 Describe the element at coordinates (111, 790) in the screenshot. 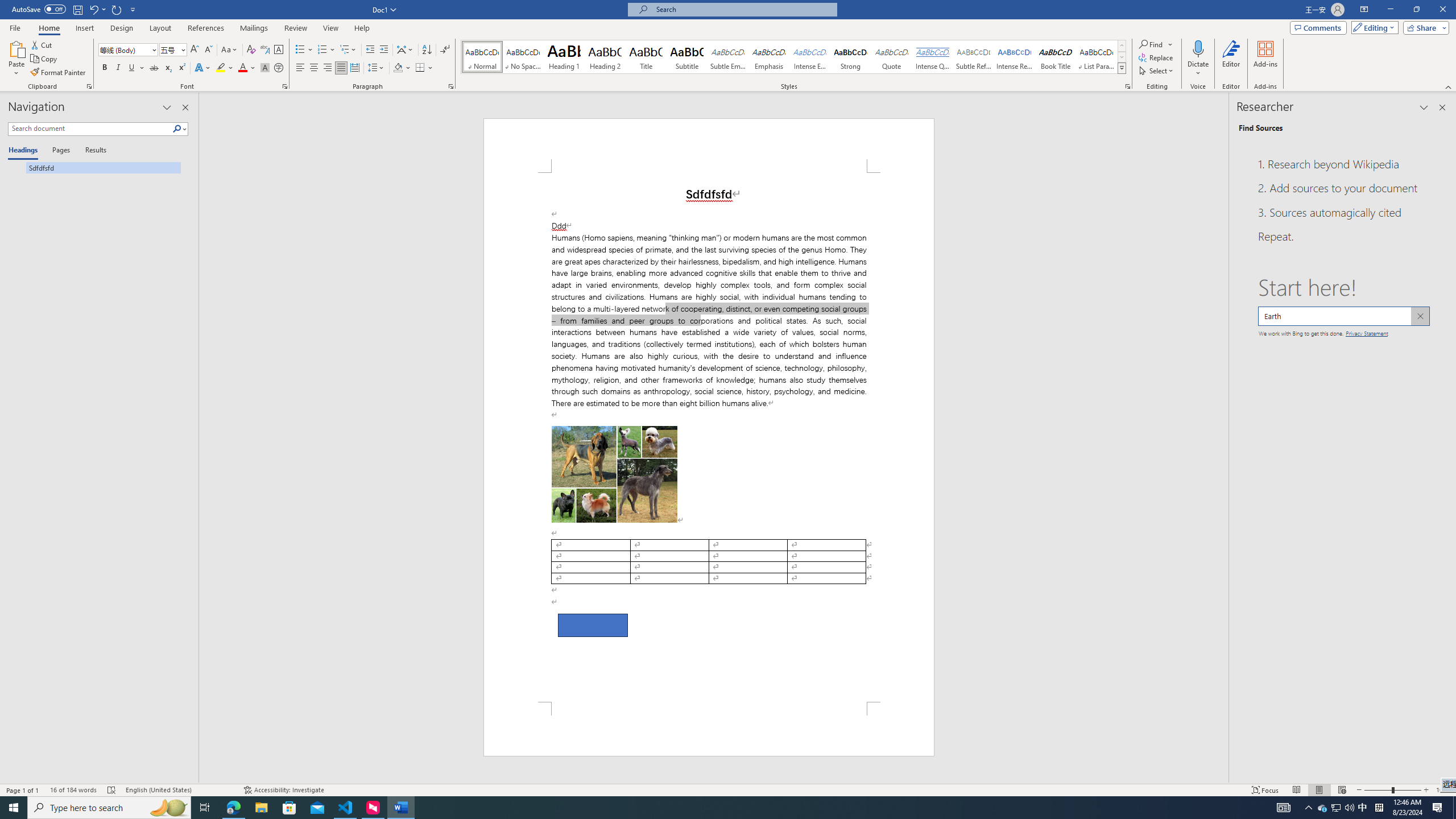

I see `'Spelling and Grammar Check Errors'` at that location.